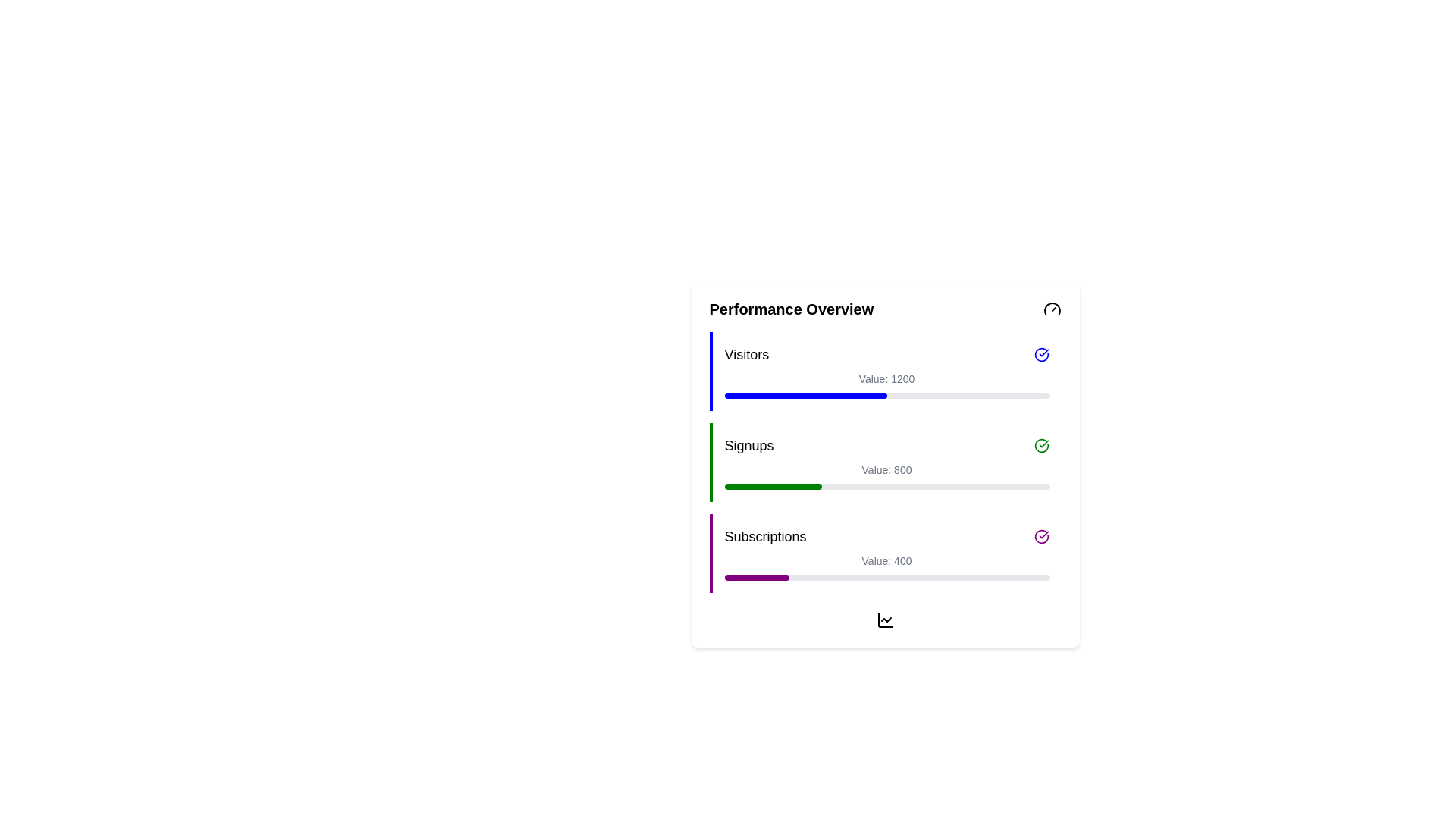  What do you see at coordinates (1040, 354) in the screenshot?
I see `the circular icon with a blue outline and checkmark inside, located at the far right of the 'Visitors' header in the performance overview section` at bounding box center [1040, 354].